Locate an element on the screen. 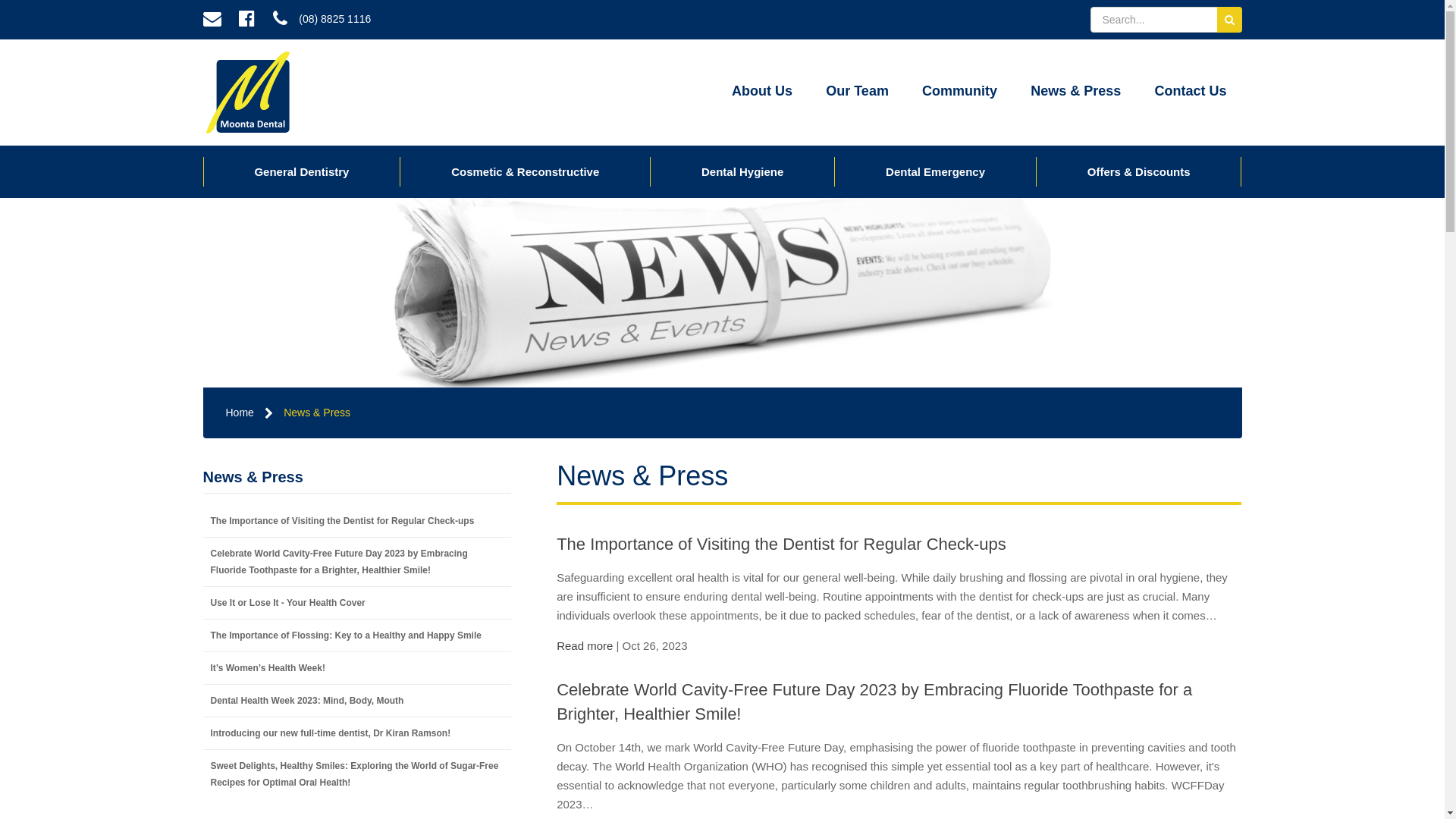 Image resolution: width=1456 pixels, height=819 pixels. 'Our Team' is located at coordinates (857, 93).